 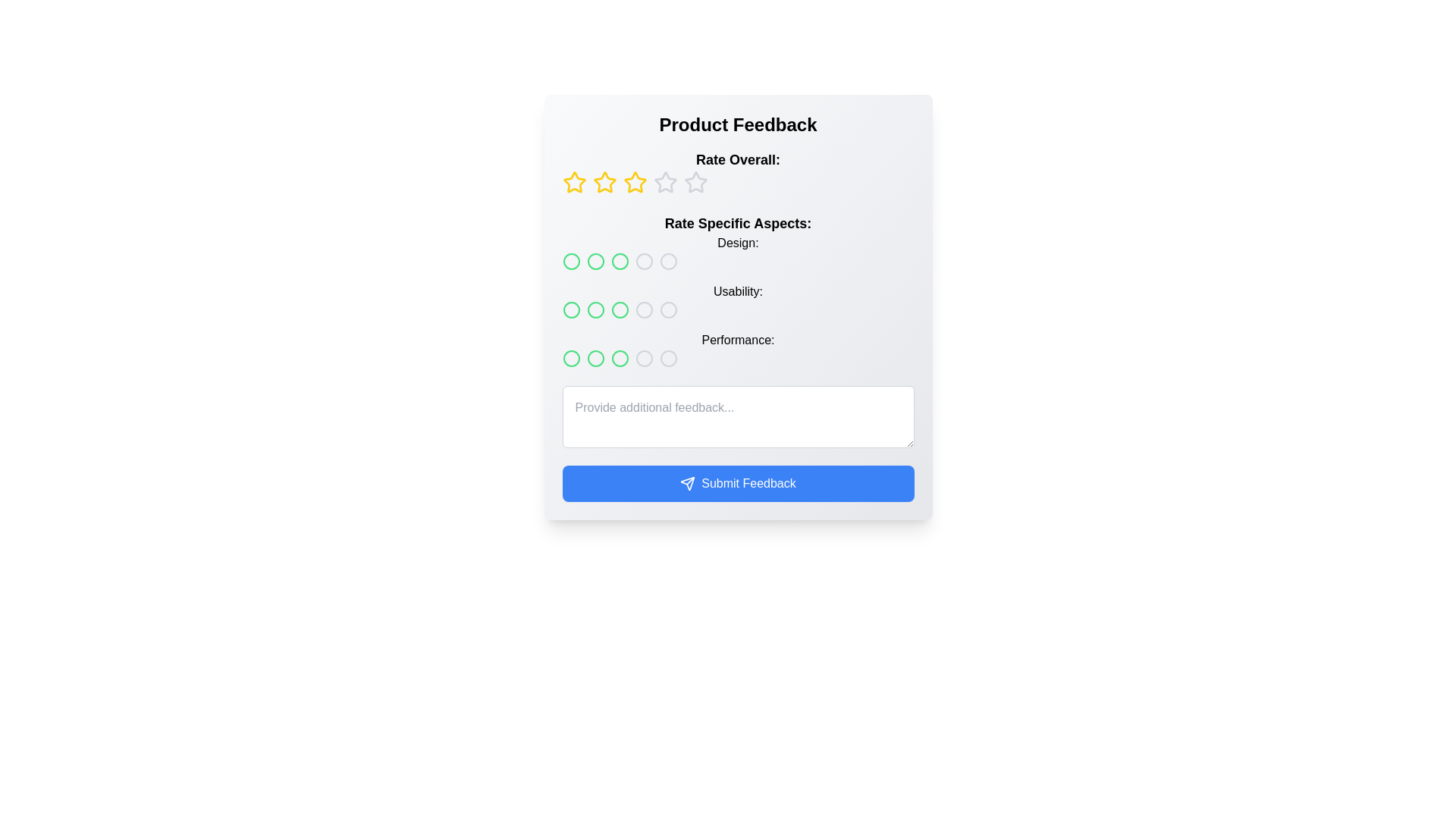 What do you see at coordinates (595, 359) in the screenshot?
I see `the third circular icon button in the bottommost rating row labeled 'Rate Specific Aspects: Performance'` at bounding box center [595, 359].